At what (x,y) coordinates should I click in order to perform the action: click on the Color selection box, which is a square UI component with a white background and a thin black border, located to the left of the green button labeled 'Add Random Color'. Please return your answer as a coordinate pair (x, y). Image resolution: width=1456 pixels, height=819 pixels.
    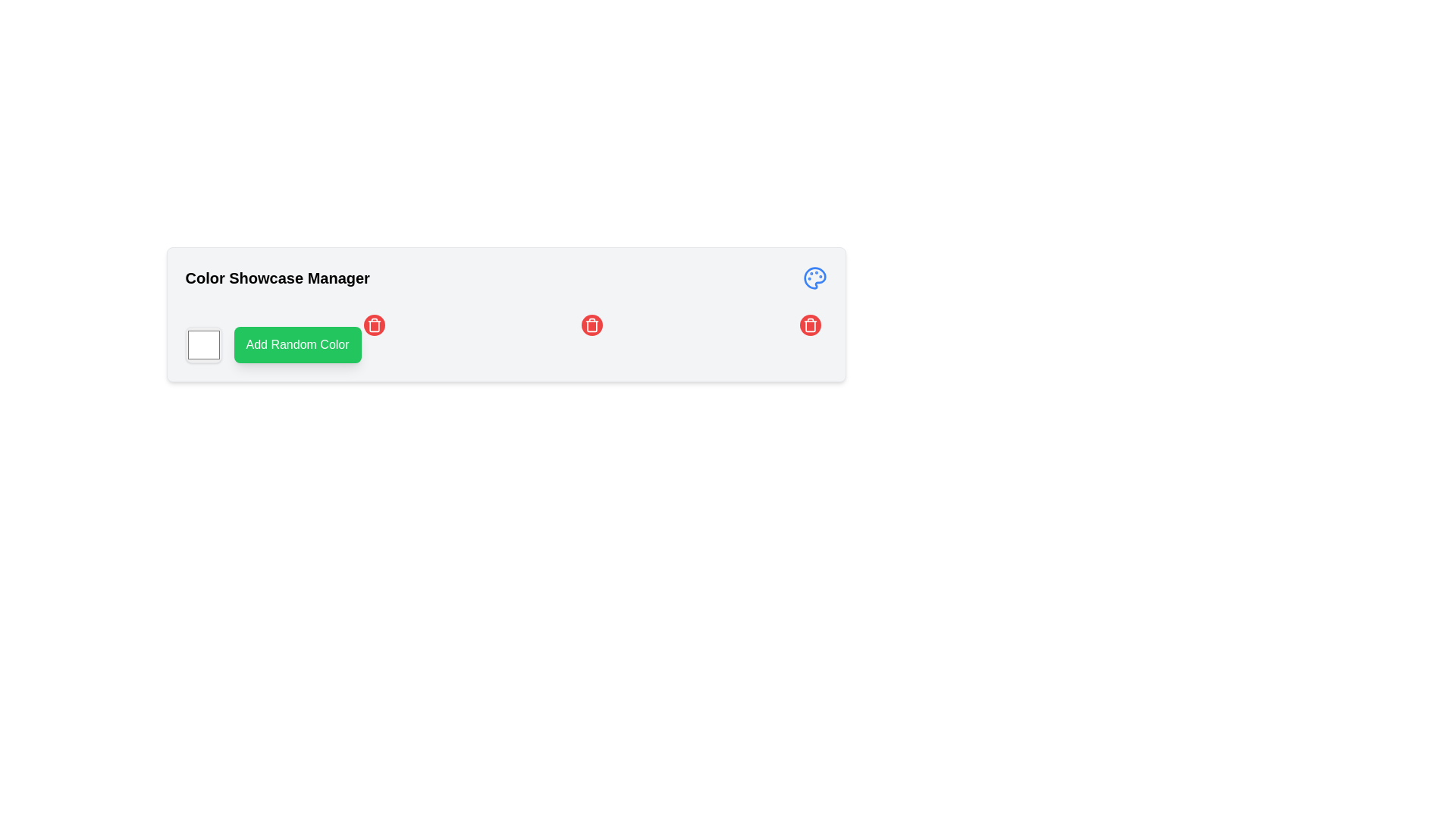
    Looking at the image, I should click on (202, 345).